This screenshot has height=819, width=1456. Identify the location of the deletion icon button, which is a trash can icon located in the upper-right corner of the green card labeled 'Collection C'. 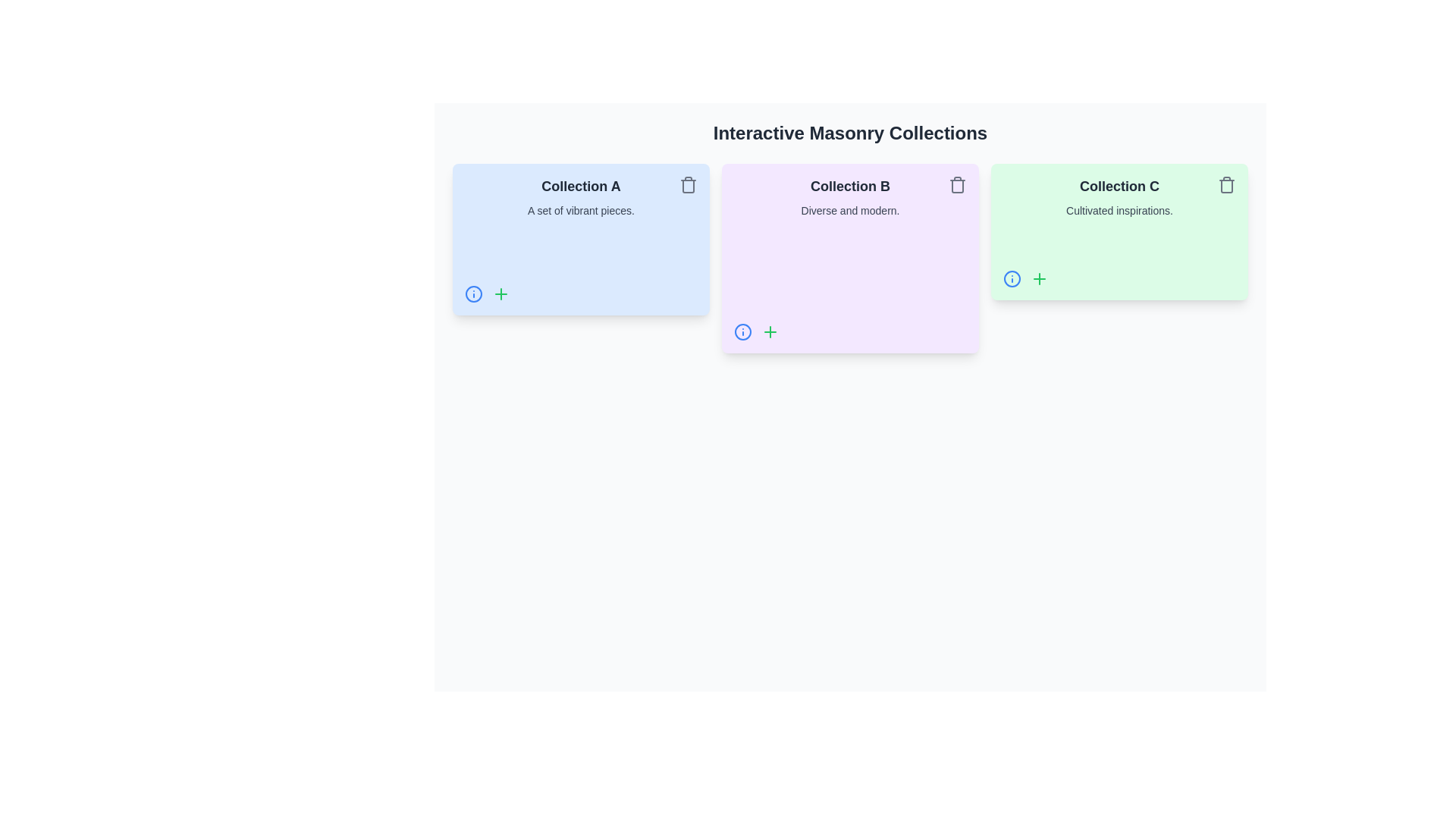
(1226, 186).